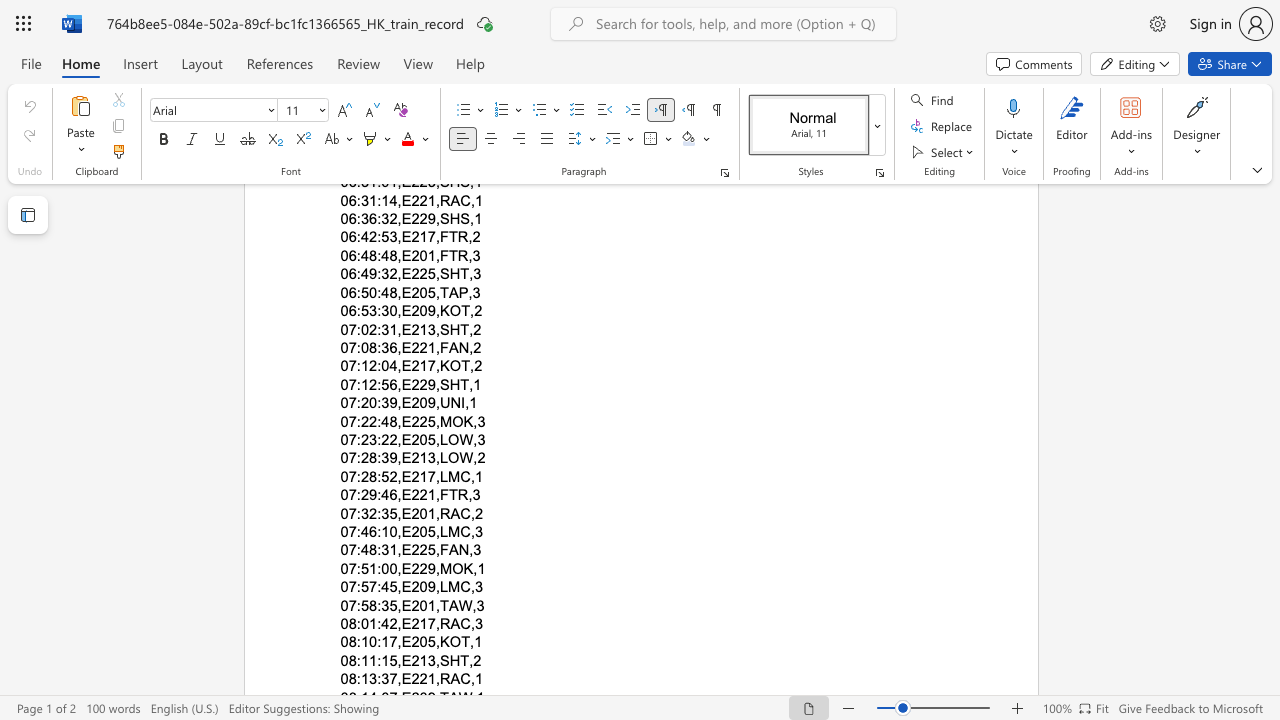 Image resolution: width=1280 pixels, height=720 pixels. What do you see at coordinates (348, 495) in the screenshot?
I see `the space between the continuous character "0" and "7" in the text` at bounding box center [348, 495].